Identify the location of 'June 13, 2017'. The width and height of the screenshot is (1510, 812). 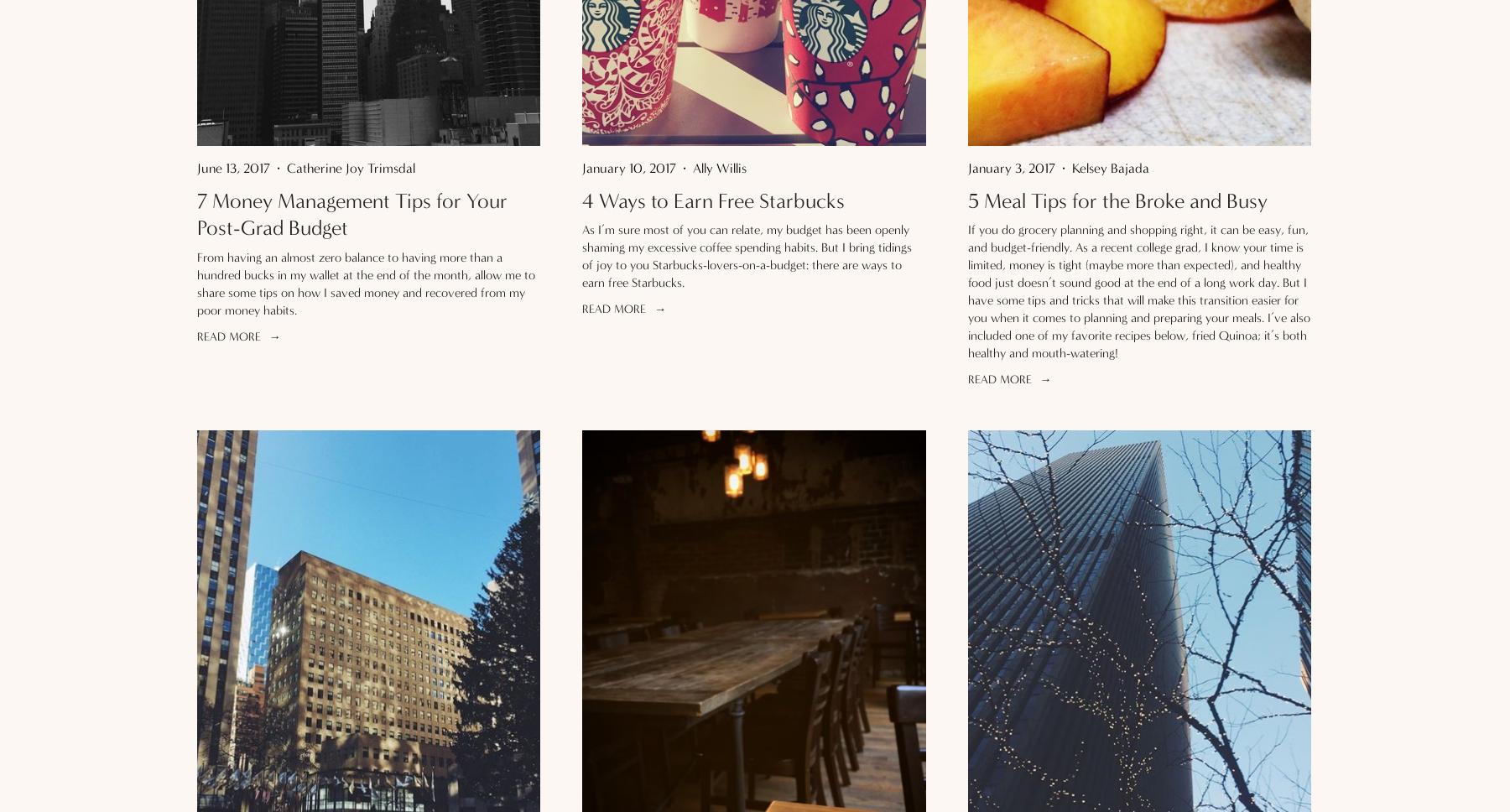
(232, 167).